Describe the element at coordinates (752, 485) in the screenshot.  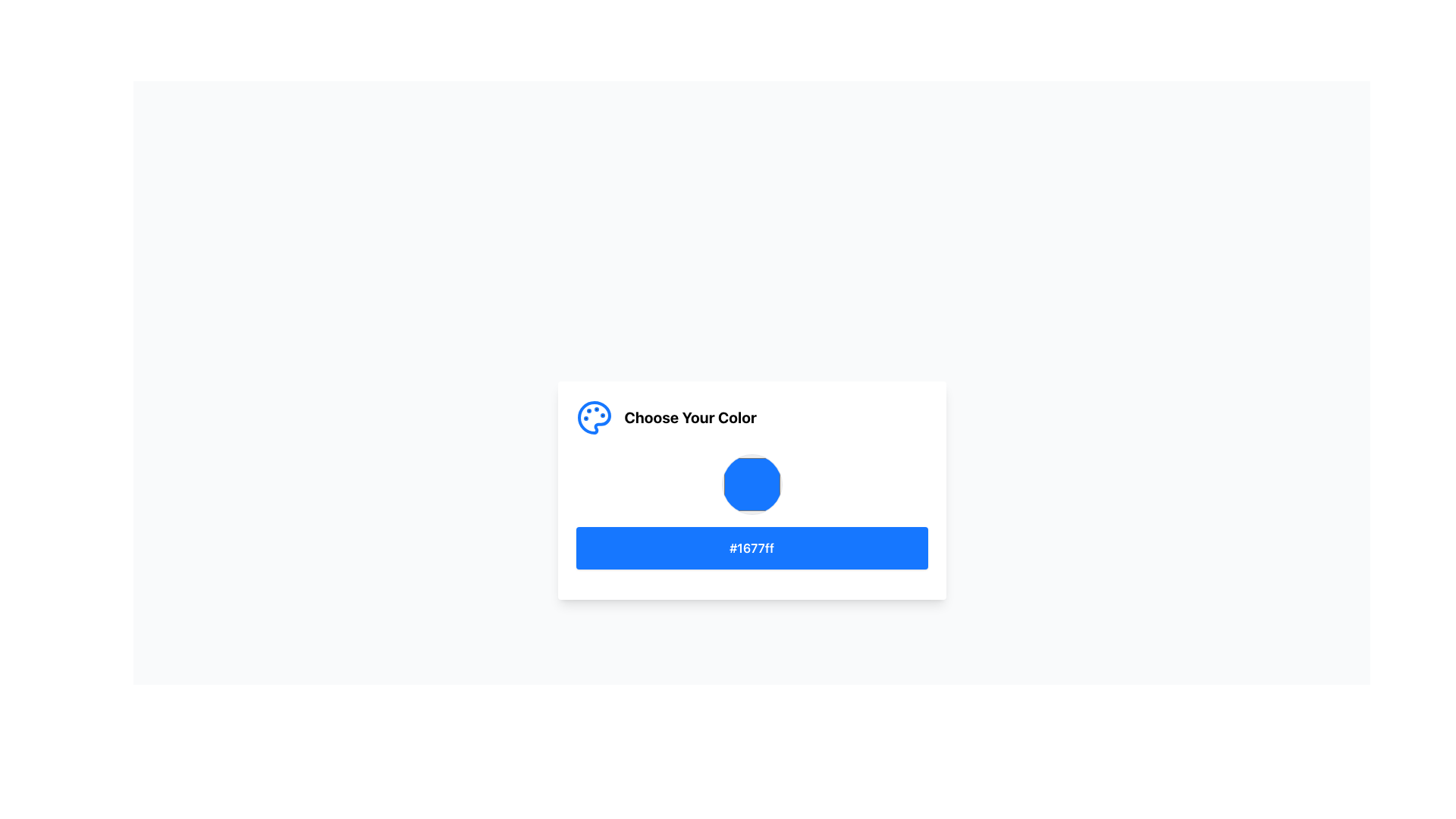
I see `the circular color selector with the color '#1677ff' from the 'Choose Your Color' panel` at that location.